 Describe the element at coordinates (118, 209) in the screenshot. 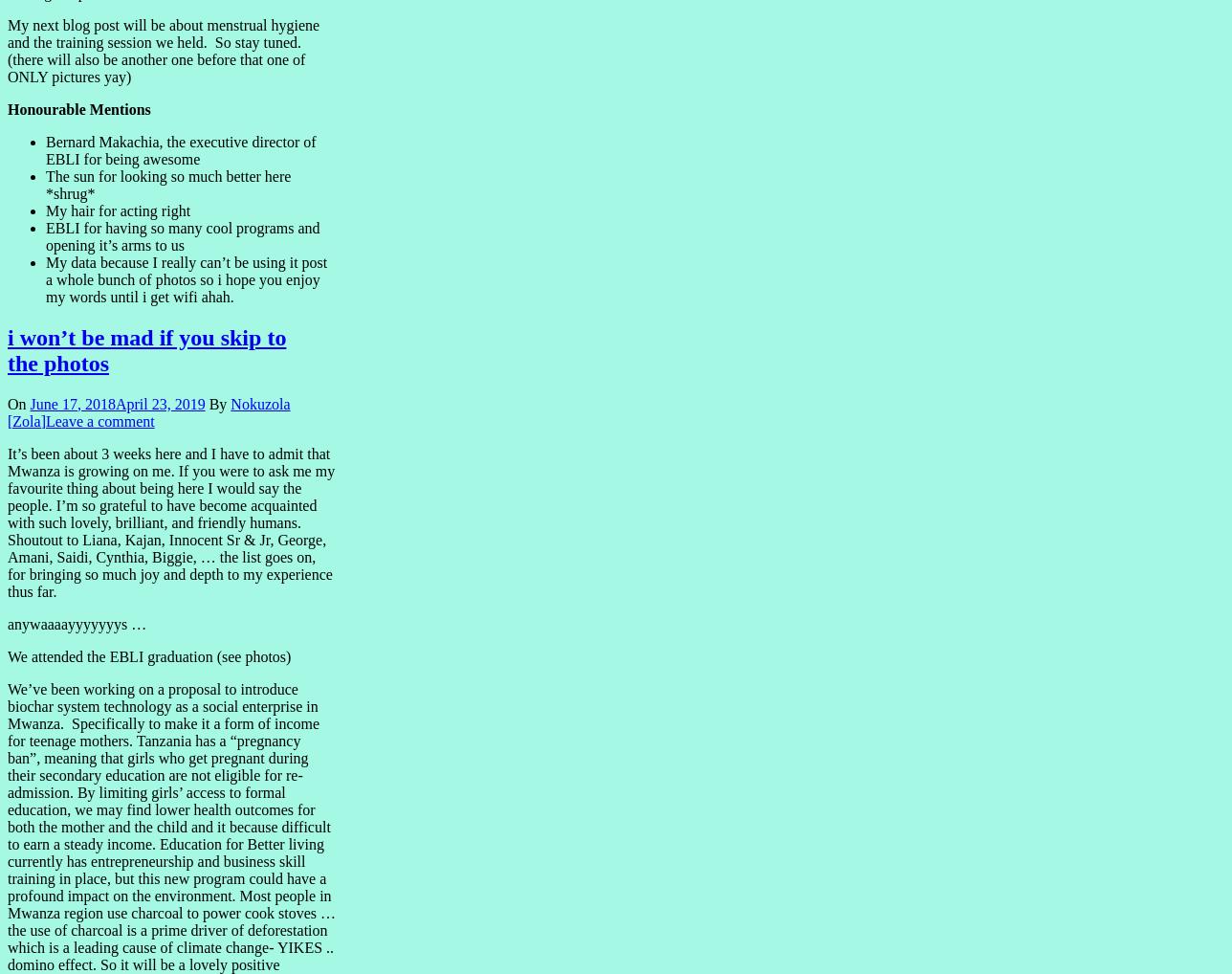

I see `'My hair for acting right'` at that location.